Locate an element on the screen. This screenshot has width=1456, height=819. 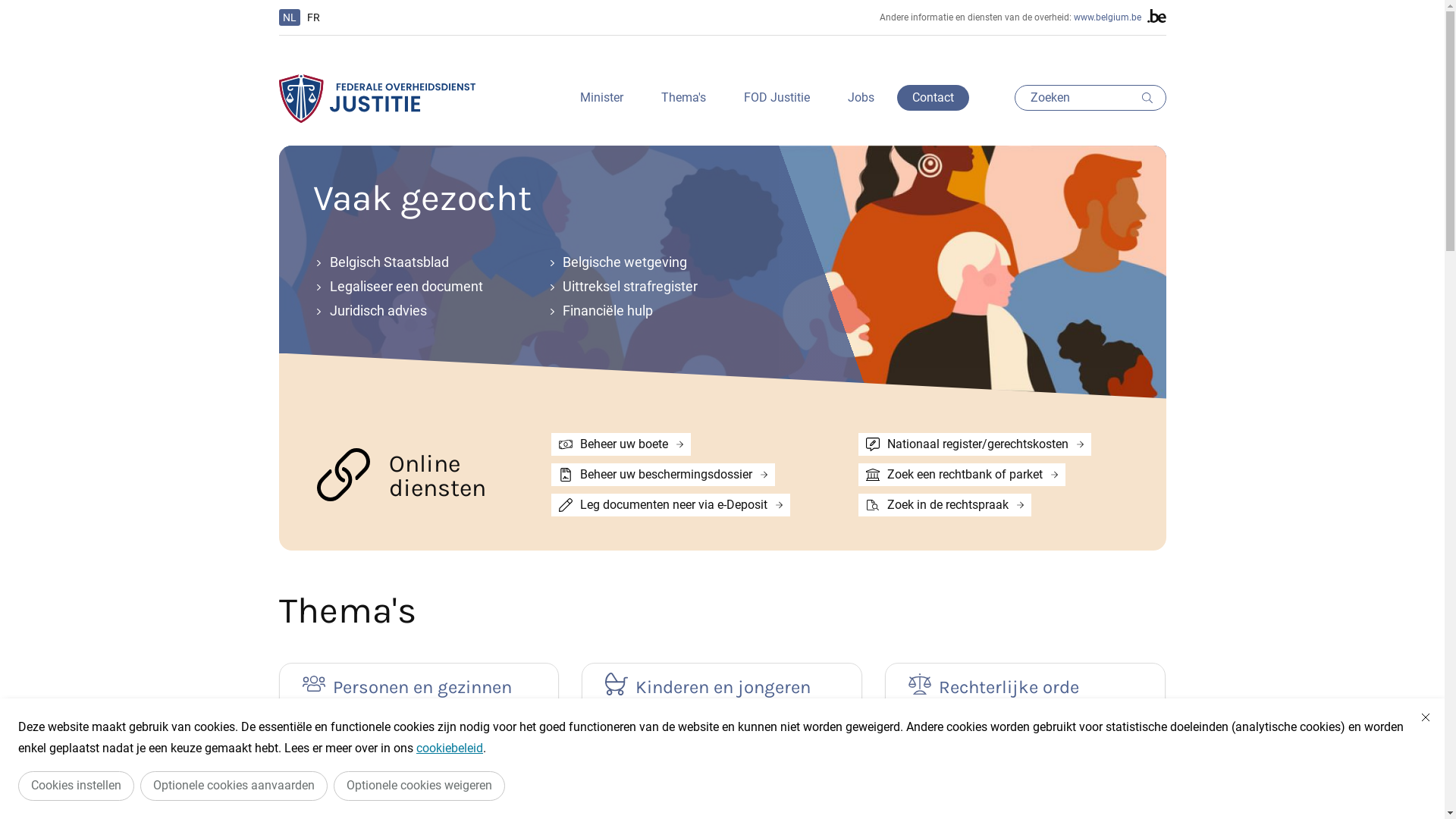
'FOD Justitie' is located at coordinates (776, 97).